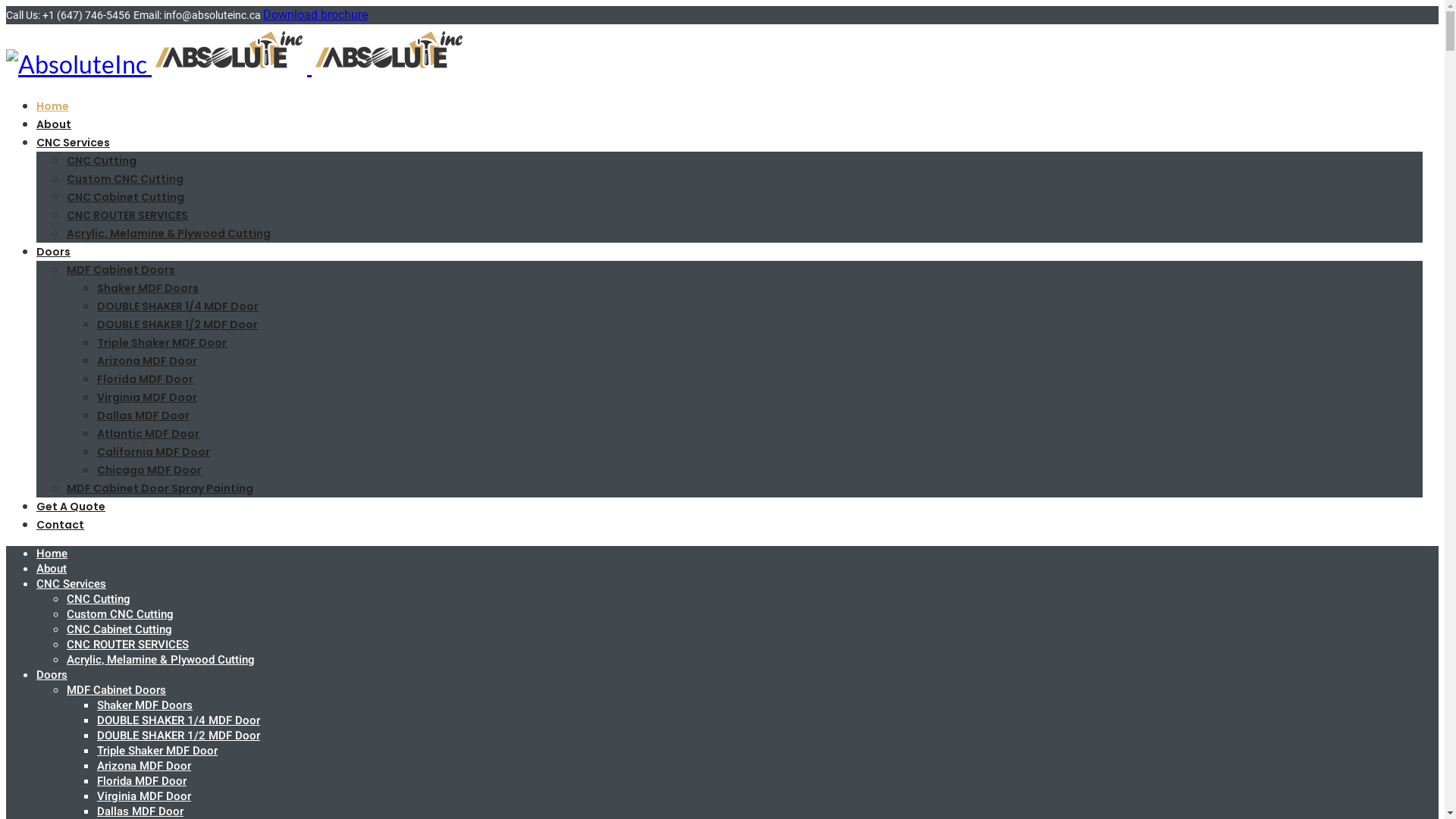  What do you see at coordinates (145, 704) in the screenshot?
I see `'Shaker MDF Doors'` at bounding box center [145, 704].